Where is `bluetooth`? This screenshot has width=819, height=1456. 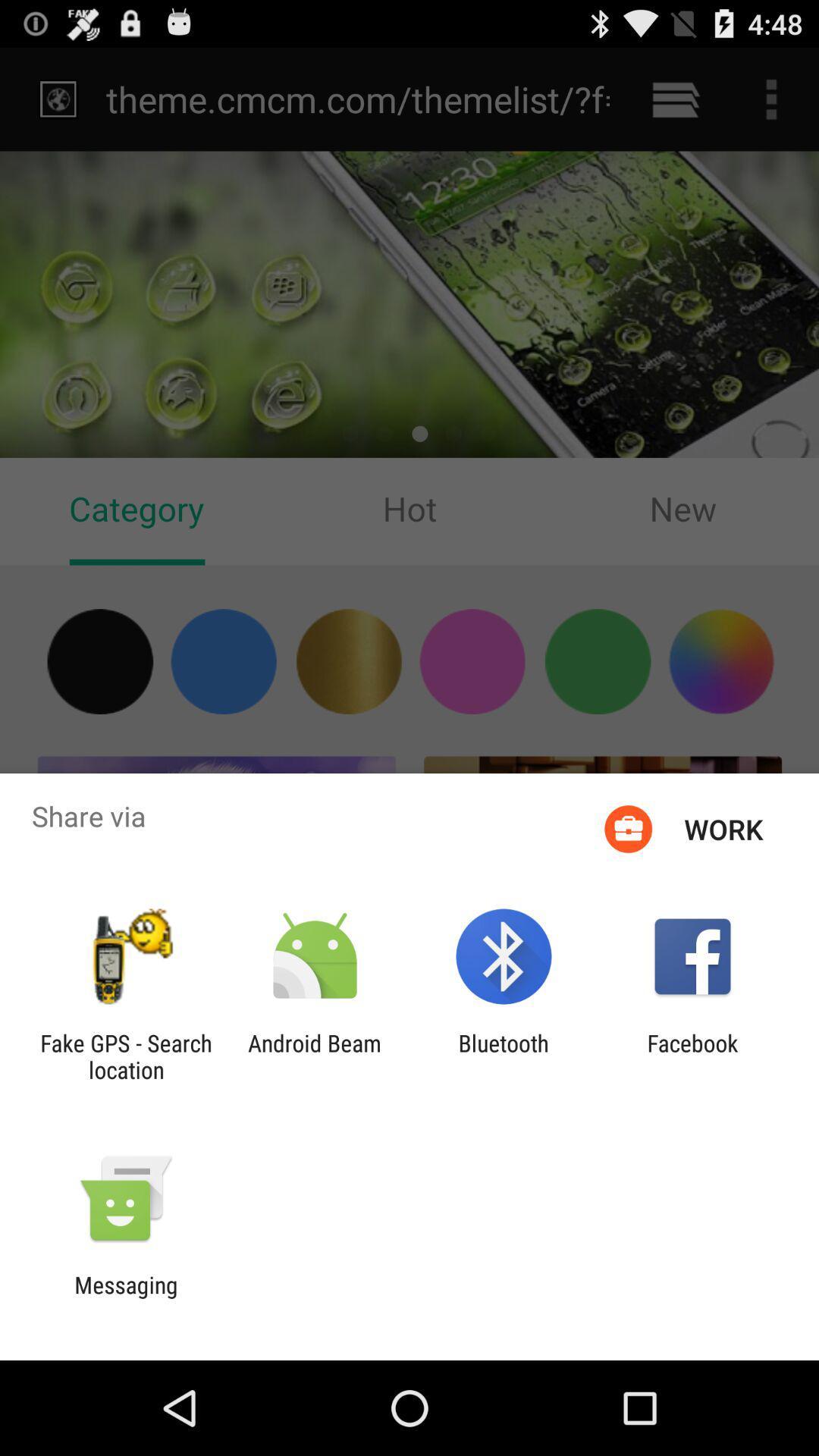
bluetooth is located at coordinates (504, 1056).